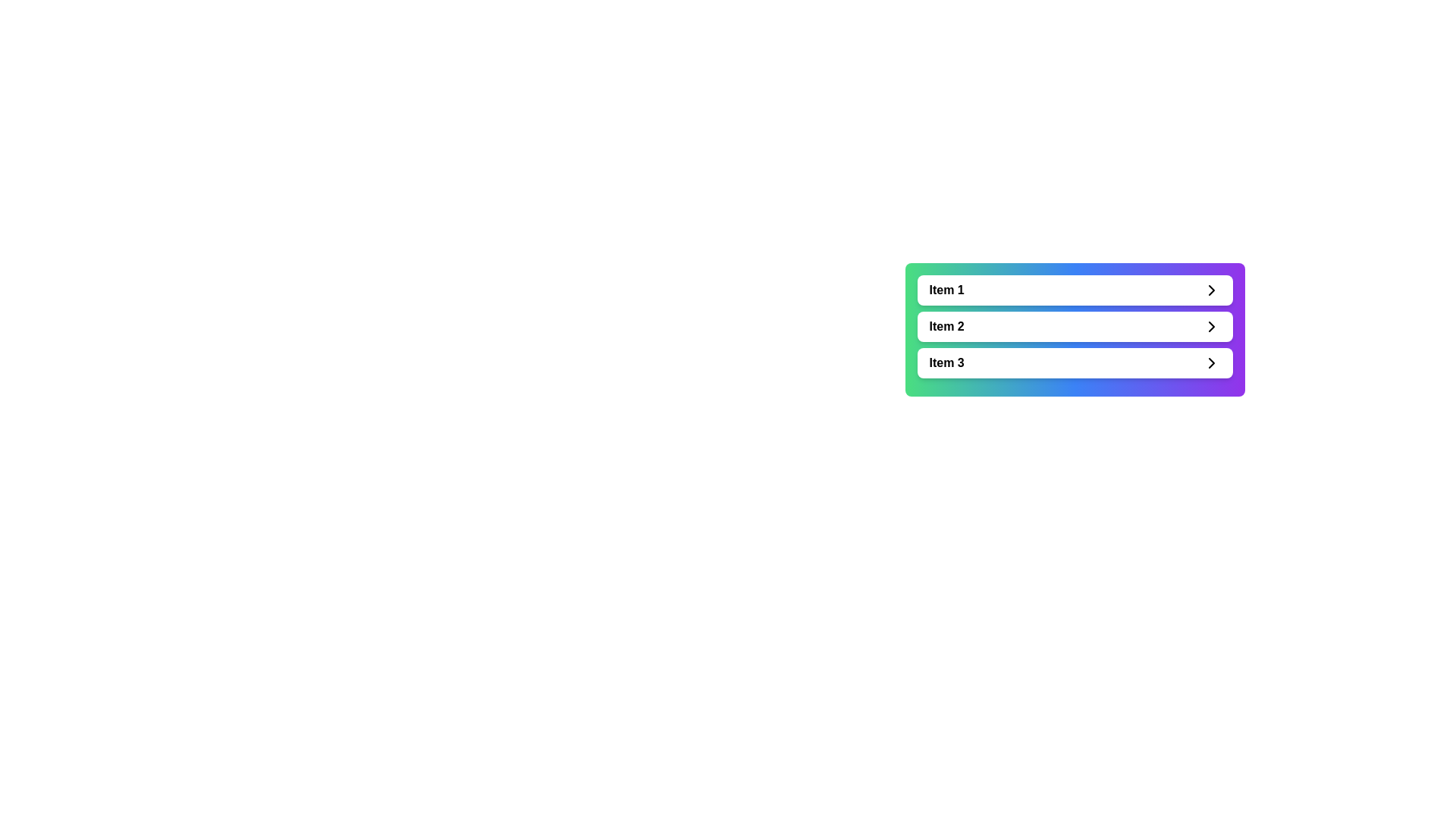 This screenshot has width=1456, height=819. Describe the element at coordinates (1210, 362) in the screenshot. I see `the arrow icon located at the far right of the third row in the list, which indicates navigation or expansion for the third list item` at that location.